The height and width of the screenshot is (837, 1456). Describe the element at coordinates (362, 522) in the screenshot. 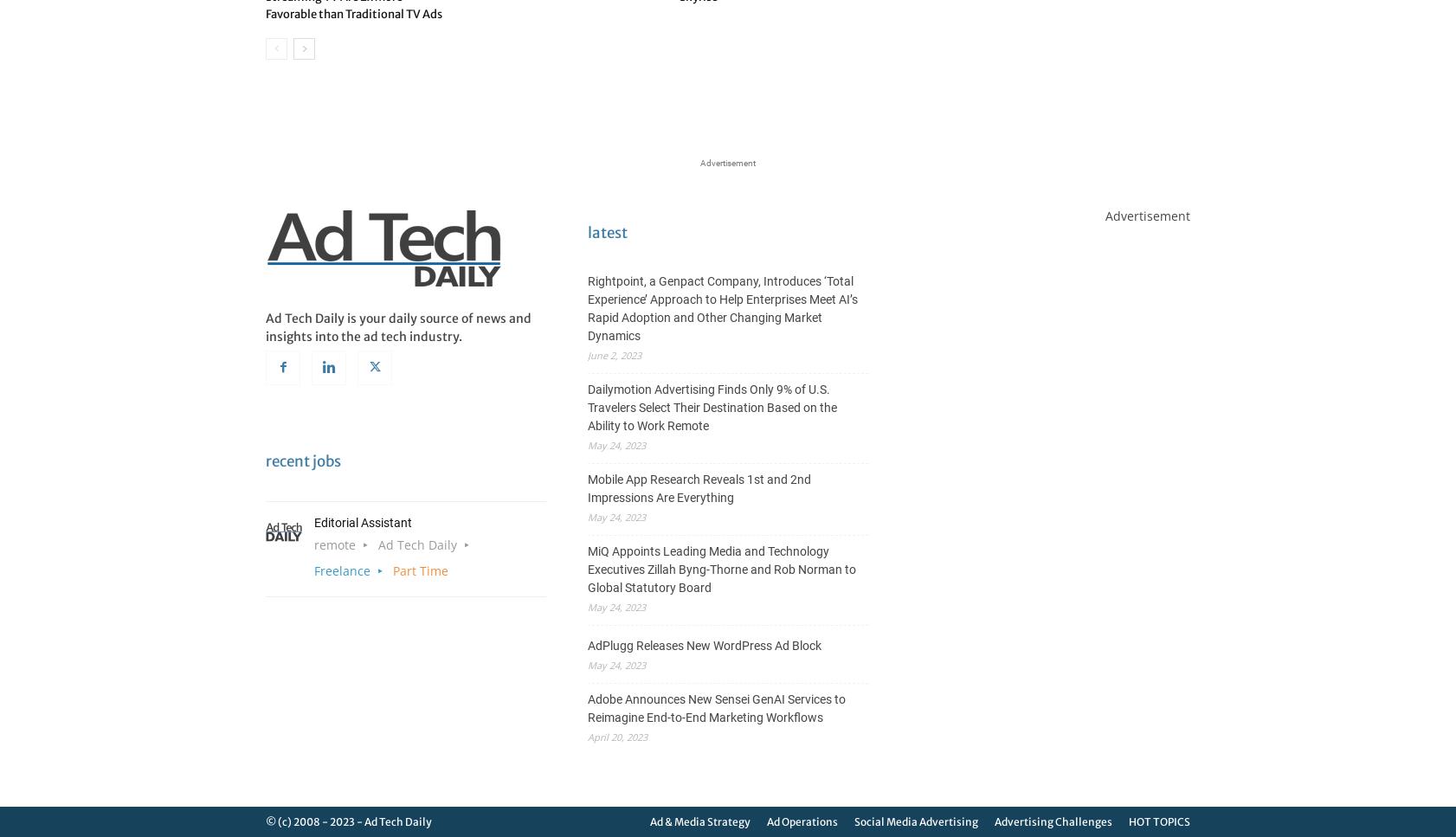

I see `'Editorial Assistant'` at that location.